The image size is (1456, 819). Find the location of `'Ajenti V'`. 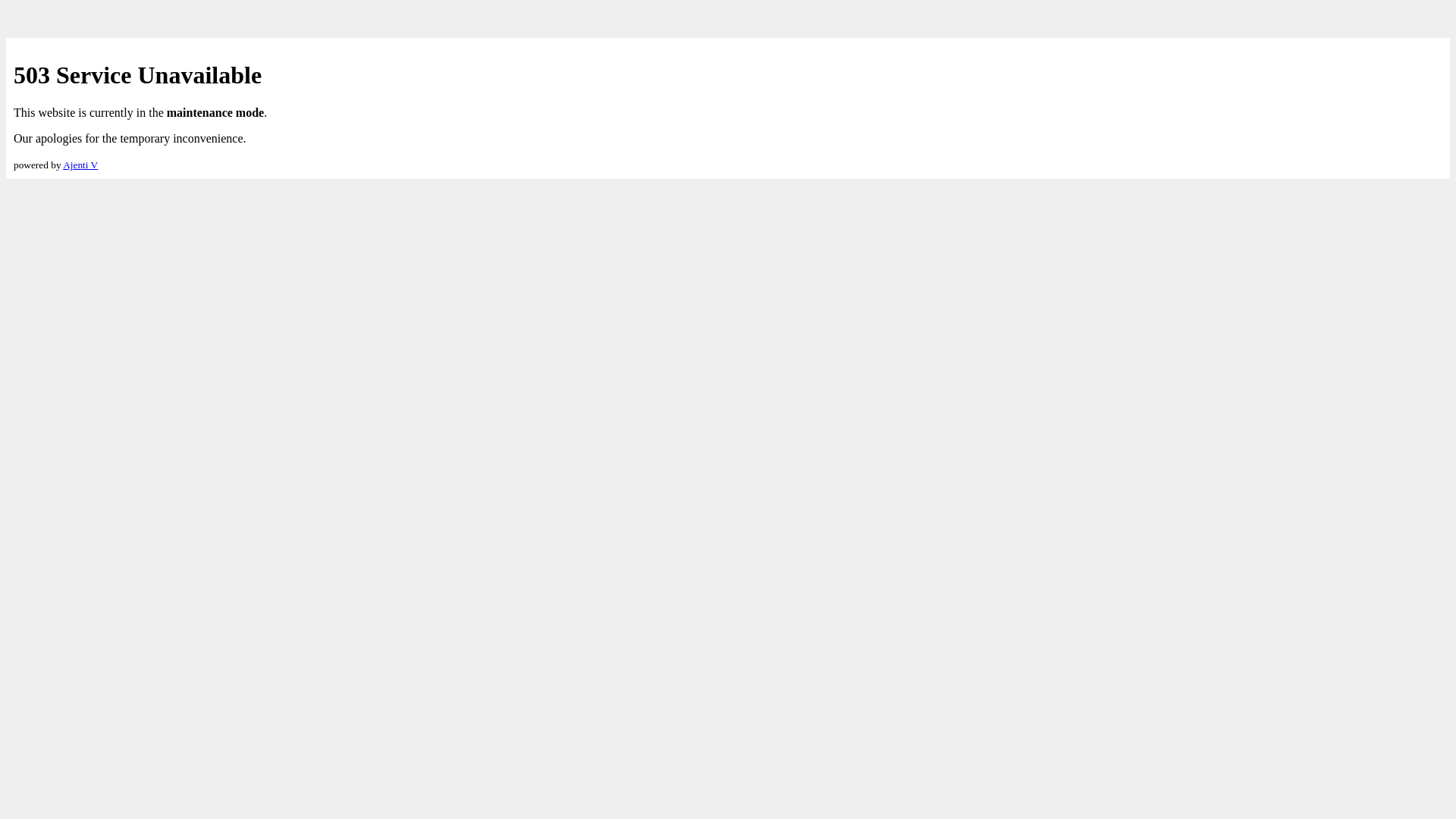

'Ajenti V' is located at coordinates (79, 165).